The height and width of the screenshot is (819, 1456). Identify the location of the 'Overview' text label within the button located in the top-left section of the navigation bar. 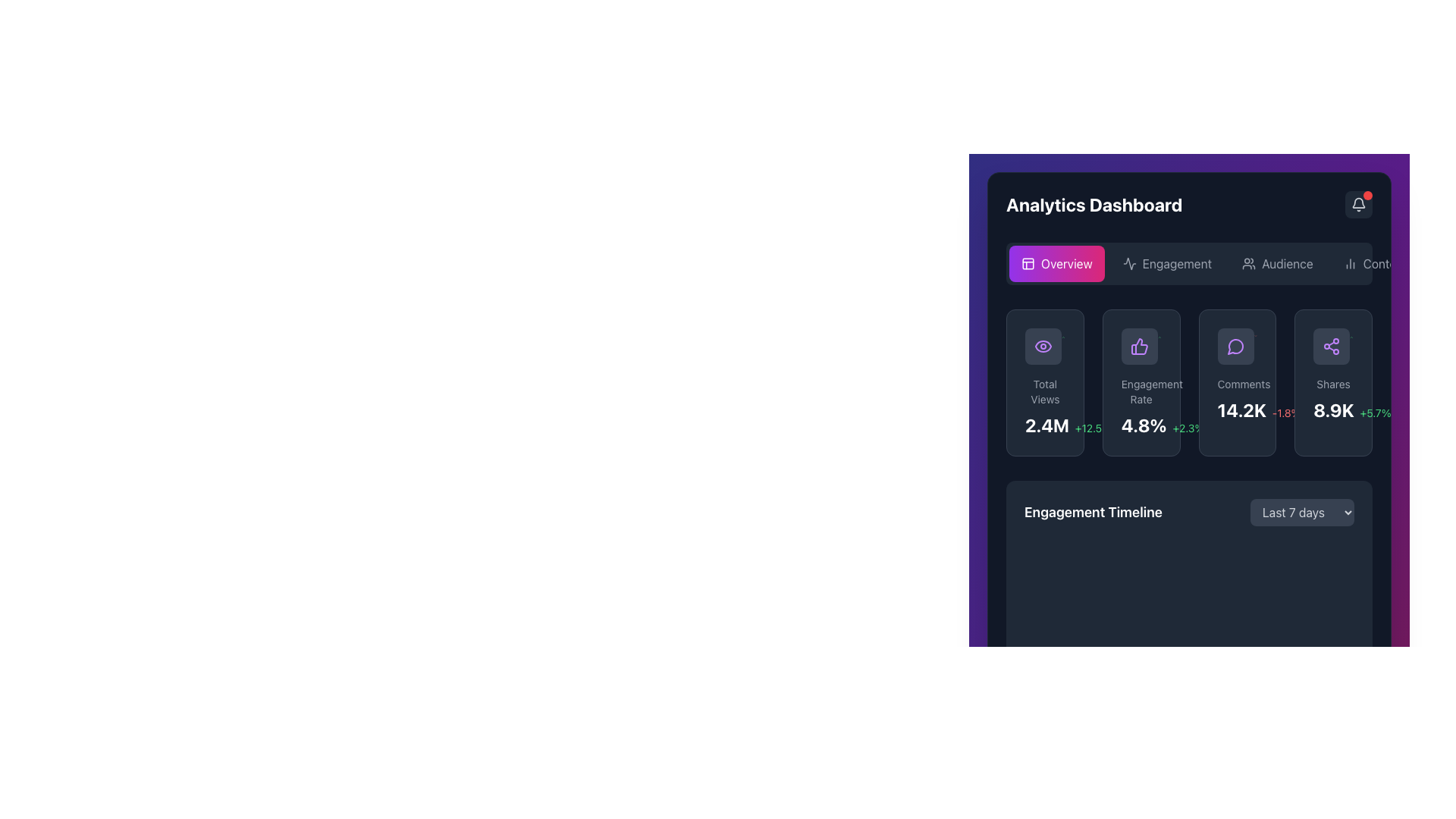
(1065, 262).